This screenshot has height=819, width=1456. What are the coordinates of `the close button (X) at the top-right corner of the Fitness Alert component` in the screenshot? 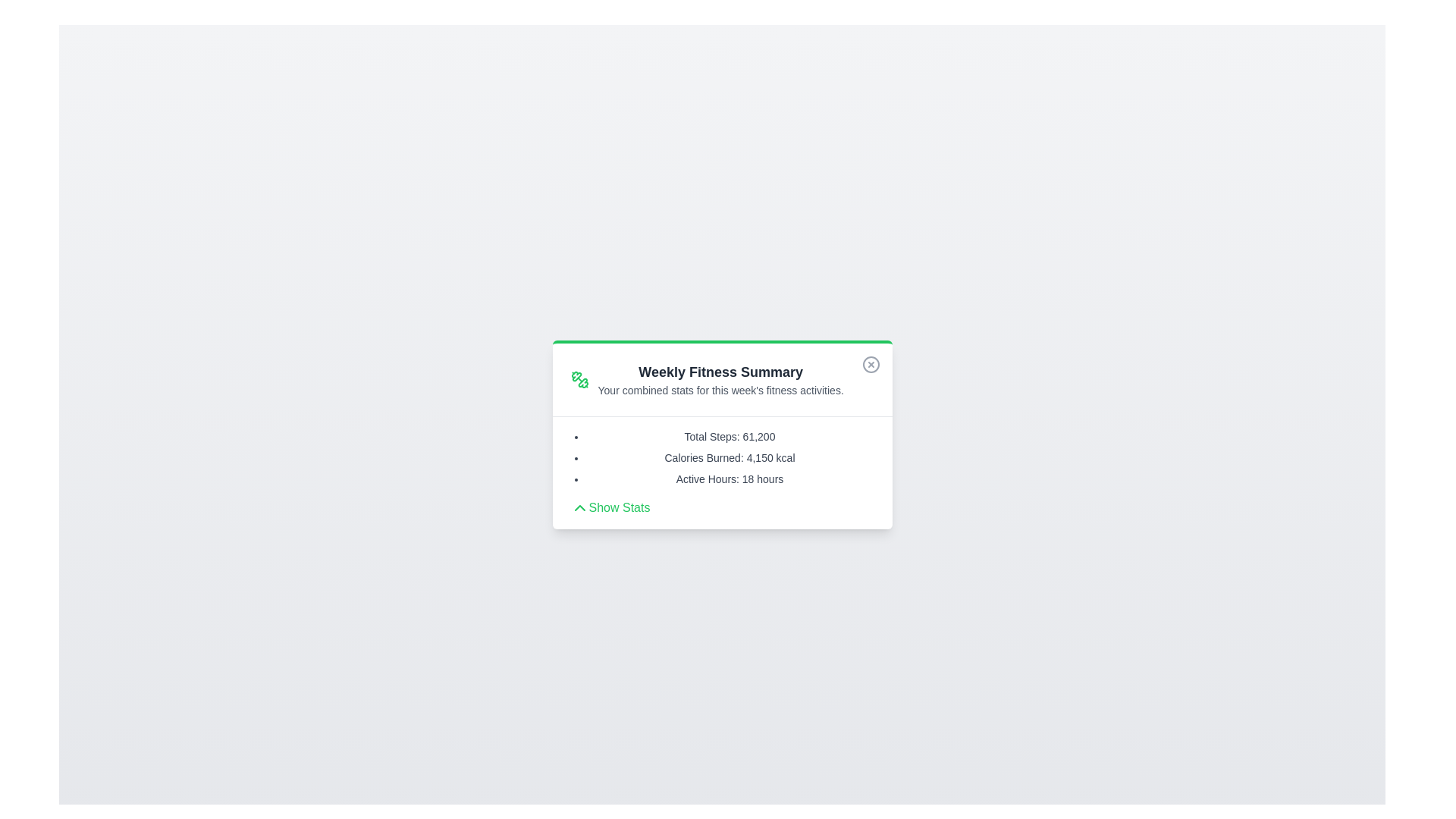 It's located at (871, 364).